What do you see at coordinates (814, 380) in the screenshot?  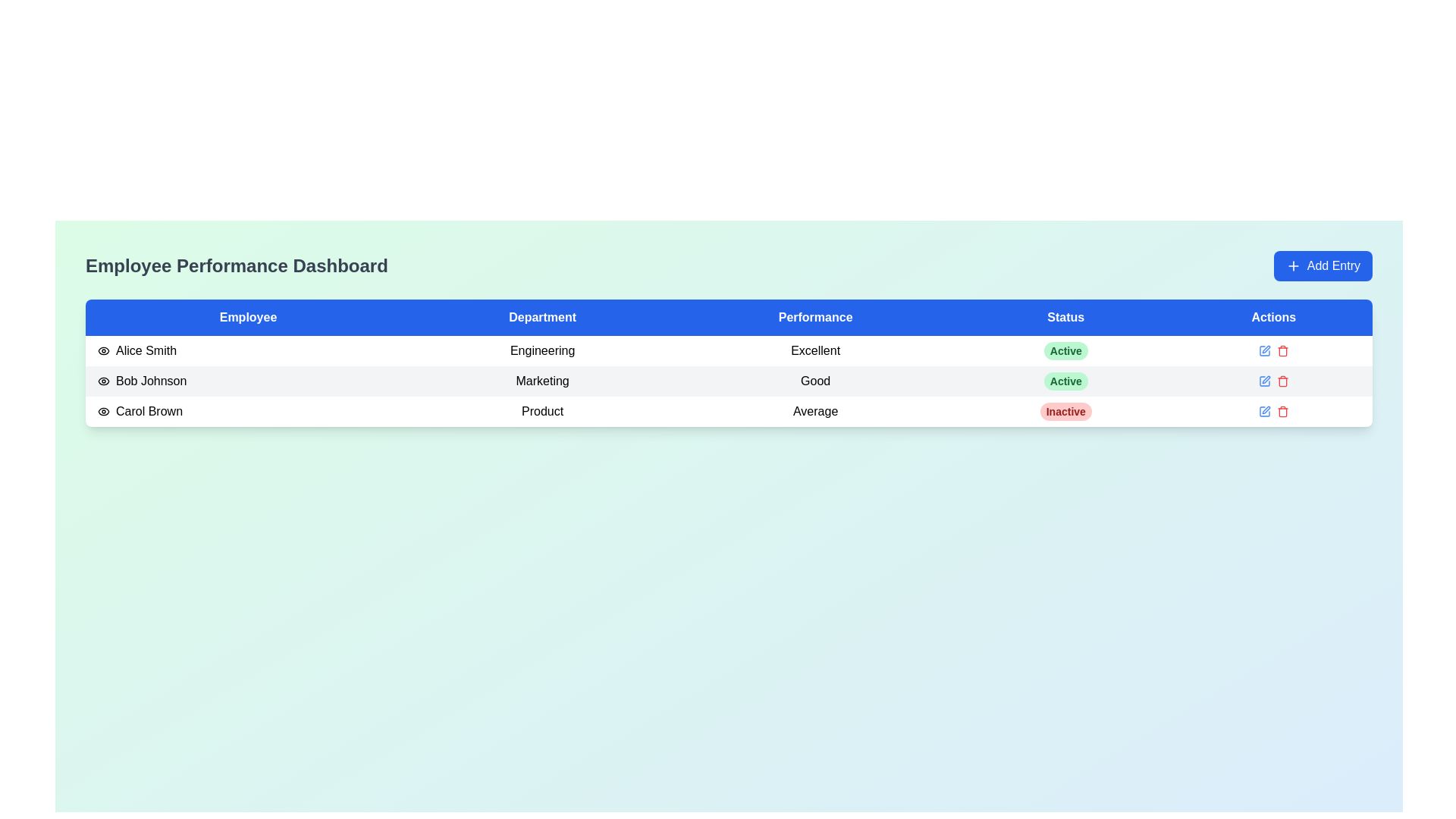 I see `the text element displaying 'Good' in the third column of the second row of the performance data table for 'Bob Johnson'` at bounding box center [814, 380].